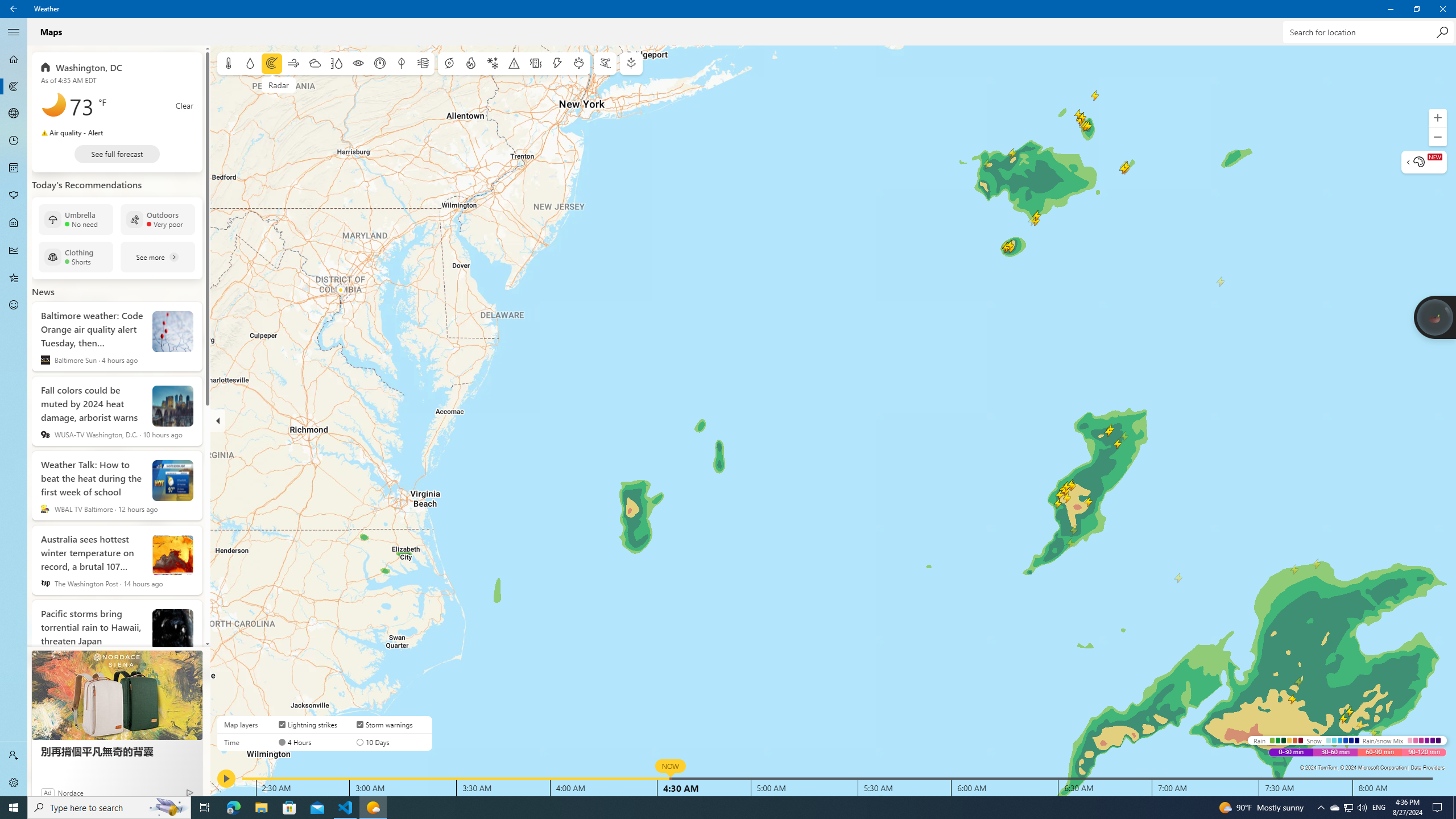 The image size is (1456, 819). What do you see at coordinates (14, 9) in the screenshot?
I see `'Back'` at bounding box center [14, 9].